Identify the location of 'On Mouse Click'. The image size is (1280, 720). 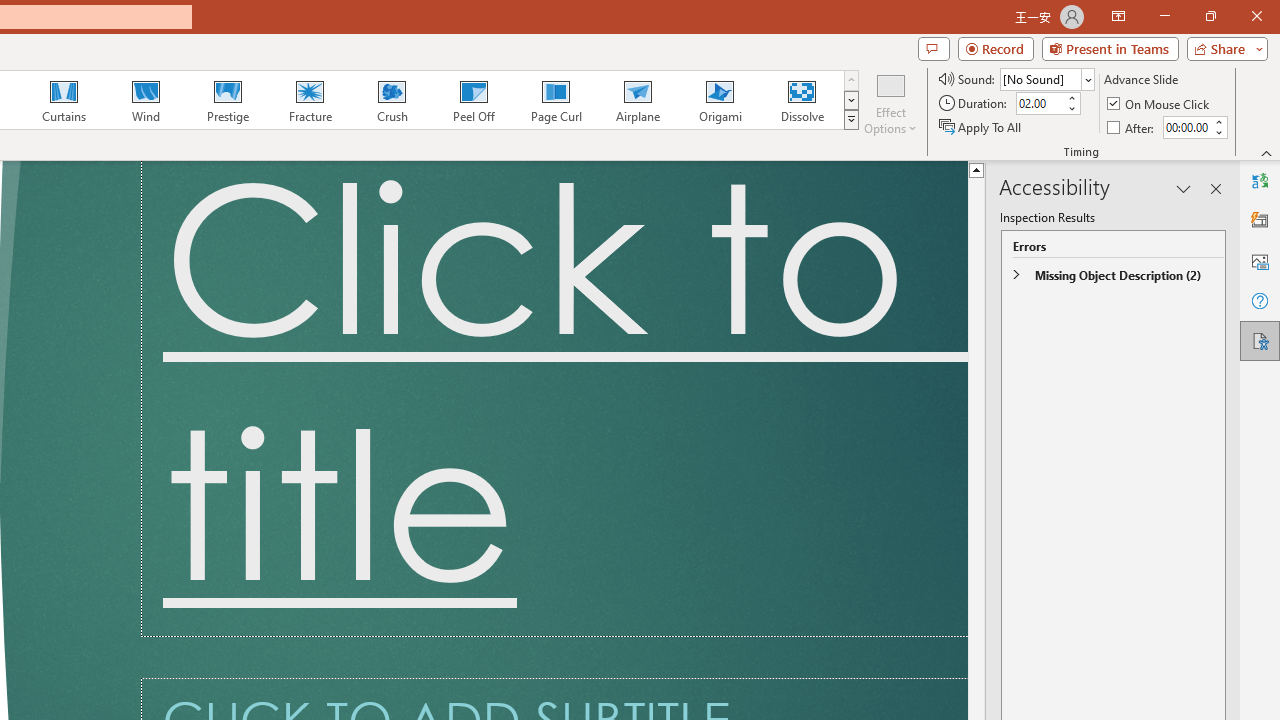
(1159, 103).